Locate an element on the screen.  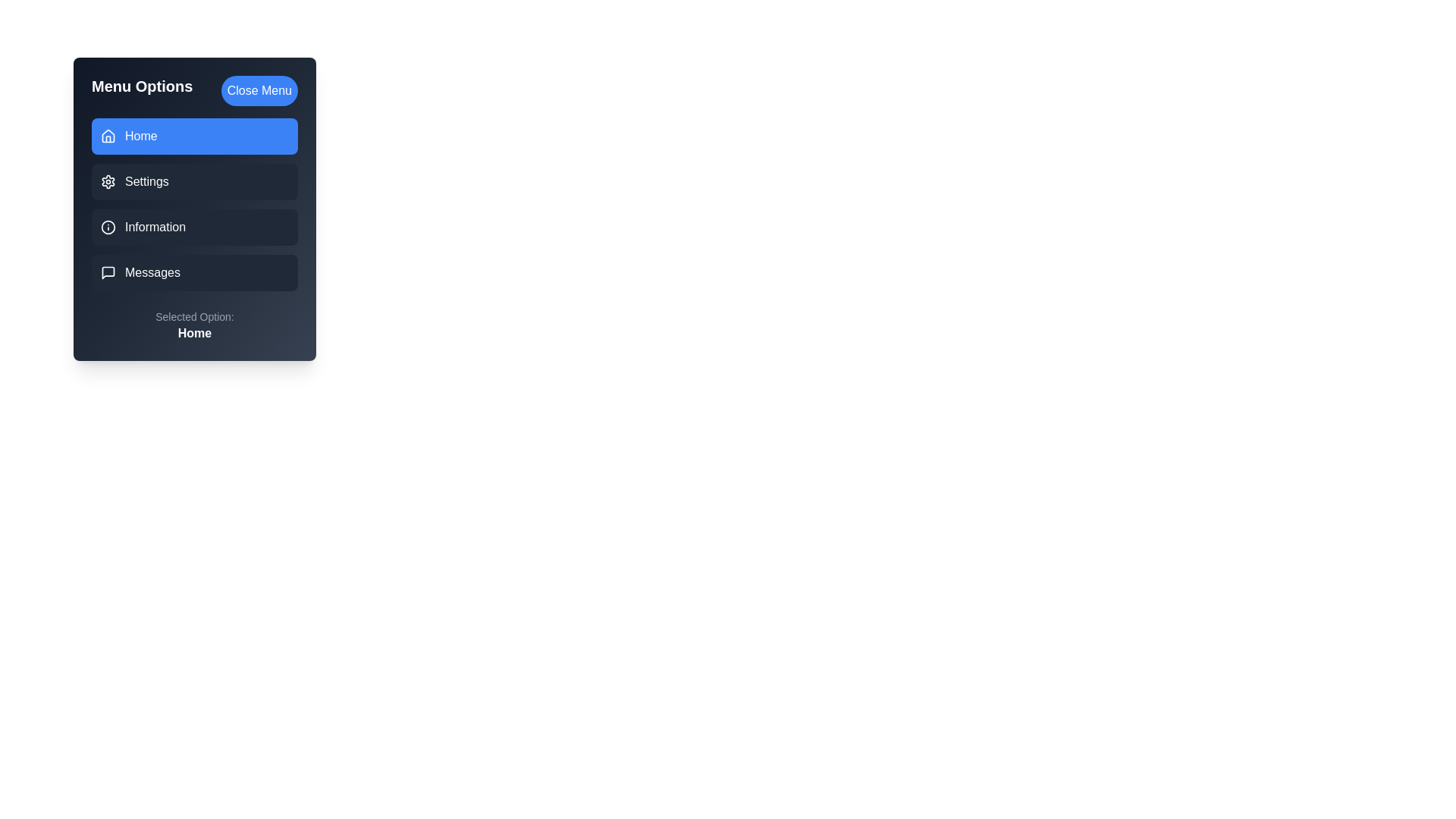
the 'Messages' icon in the vertical menu list, which signifies communication or chat functionality is located at coordinates (108, 271).